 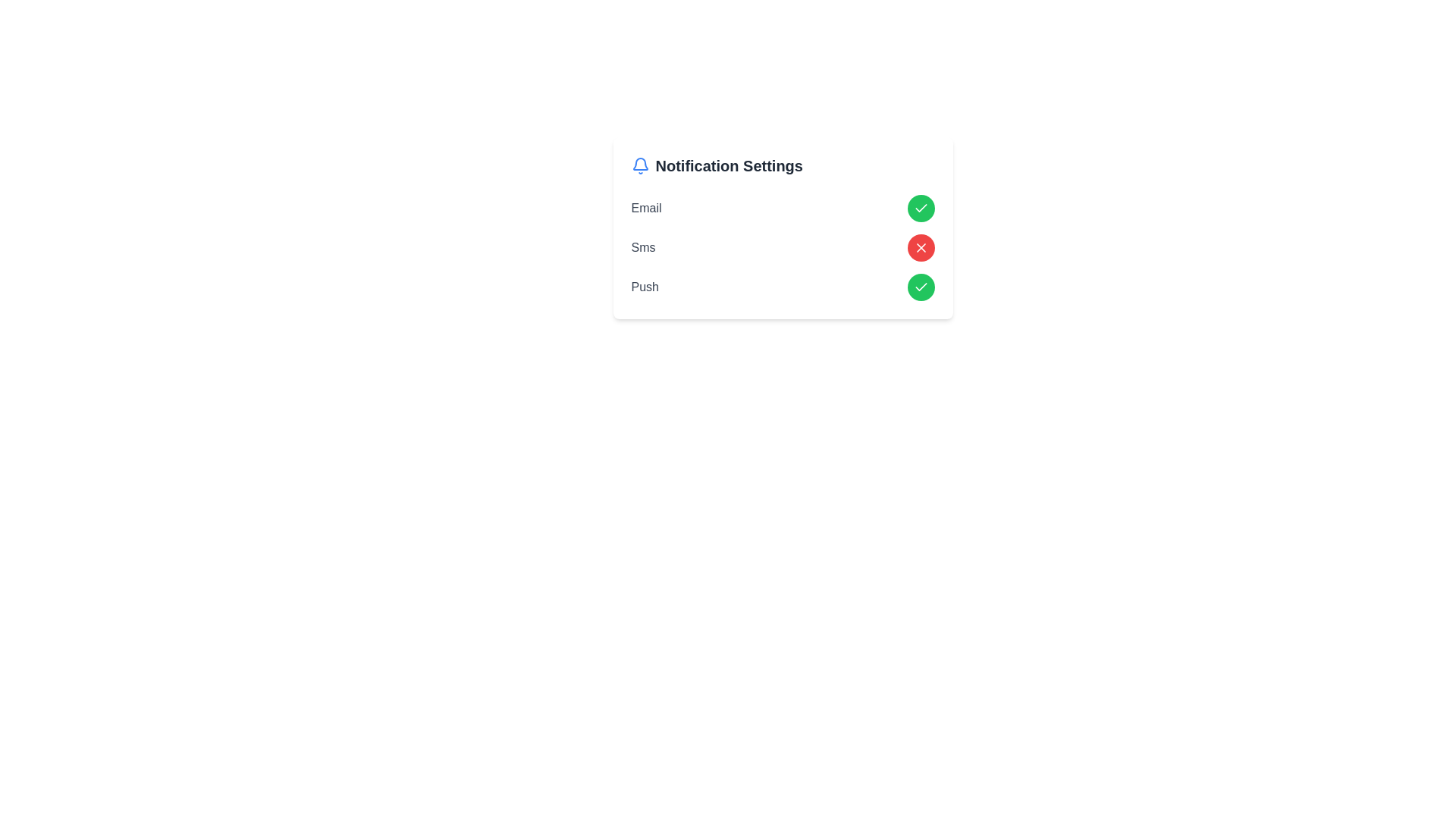 I want to click on the SMS notification type option in the Notification Settings list, which is the second item between Email and Push, so click(x=643, y=247).